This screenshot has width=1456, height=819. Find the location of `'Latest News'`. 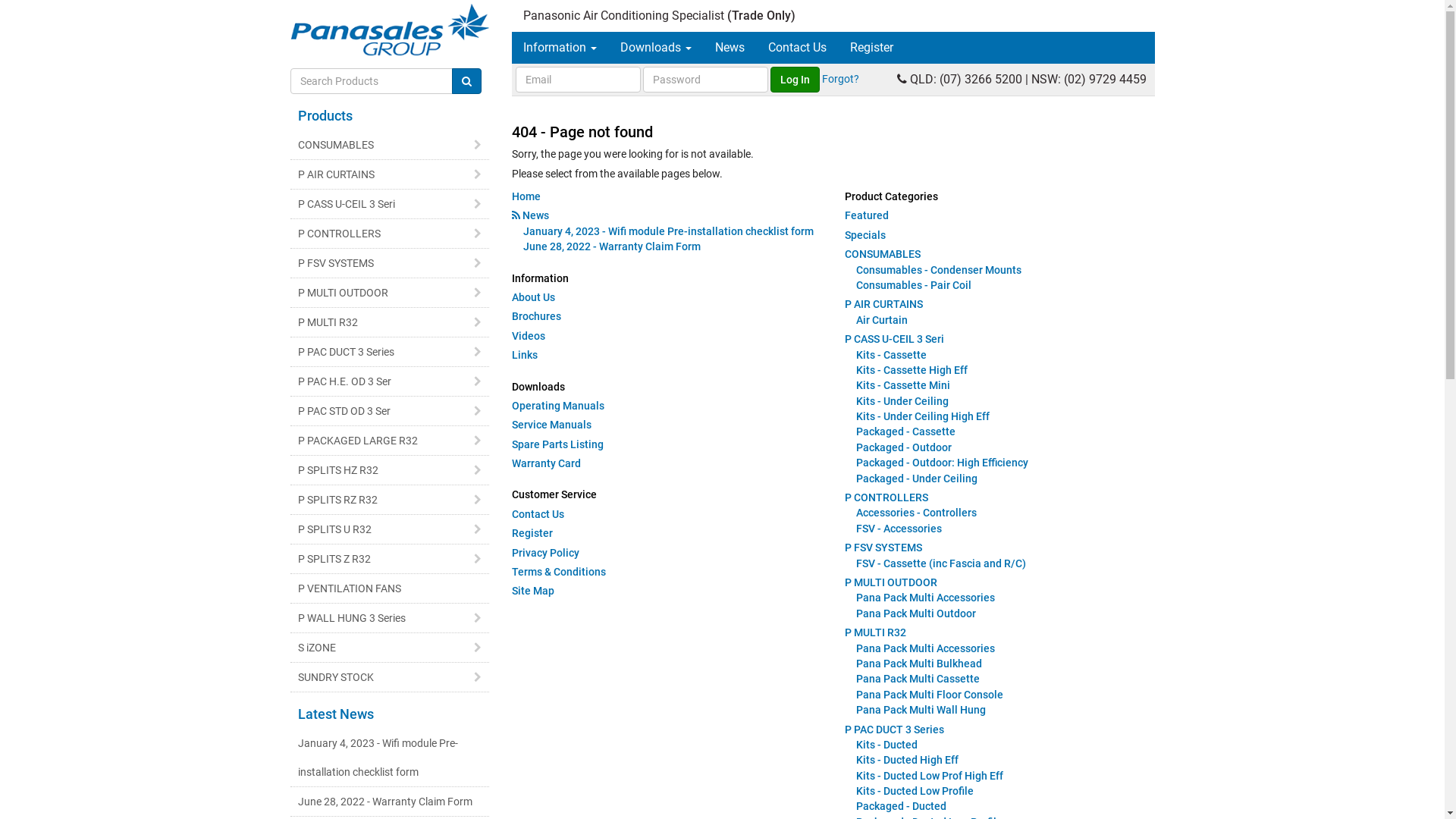

'Latest News' is located at coordinates (334, 714).